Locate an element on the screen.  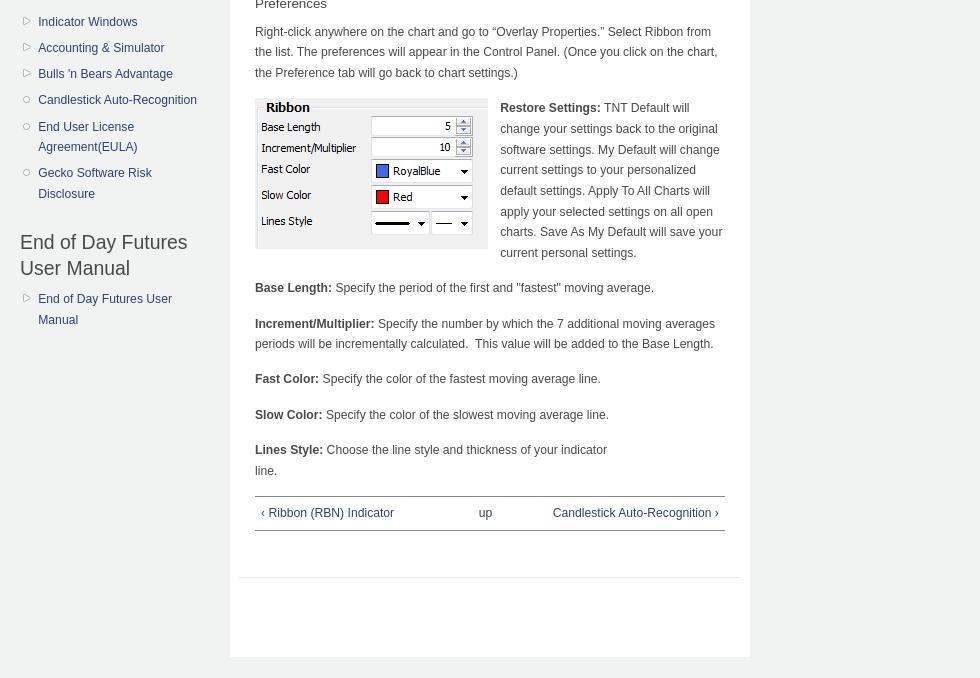
'Candlestick Auto-Recognition ›' is located at coordinates (552, 512).